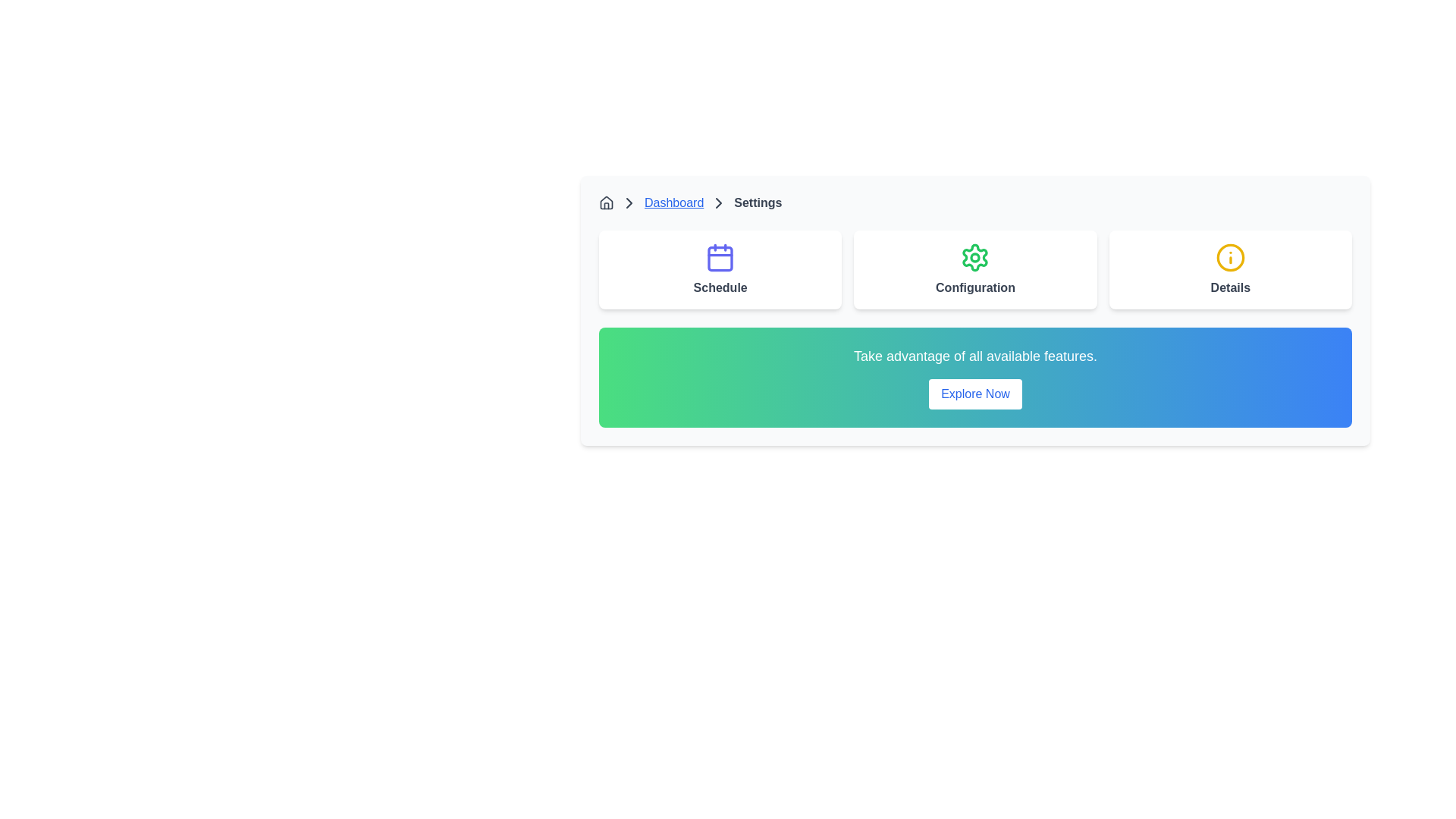 Image resolution: width=1456 pixels, height=819 pixels. I want to click on the third card in the row, which features a white background, rounded corners, and contains an exclamation mark icon in a yellow circle above the text label 'Details', so click(1230, 268).